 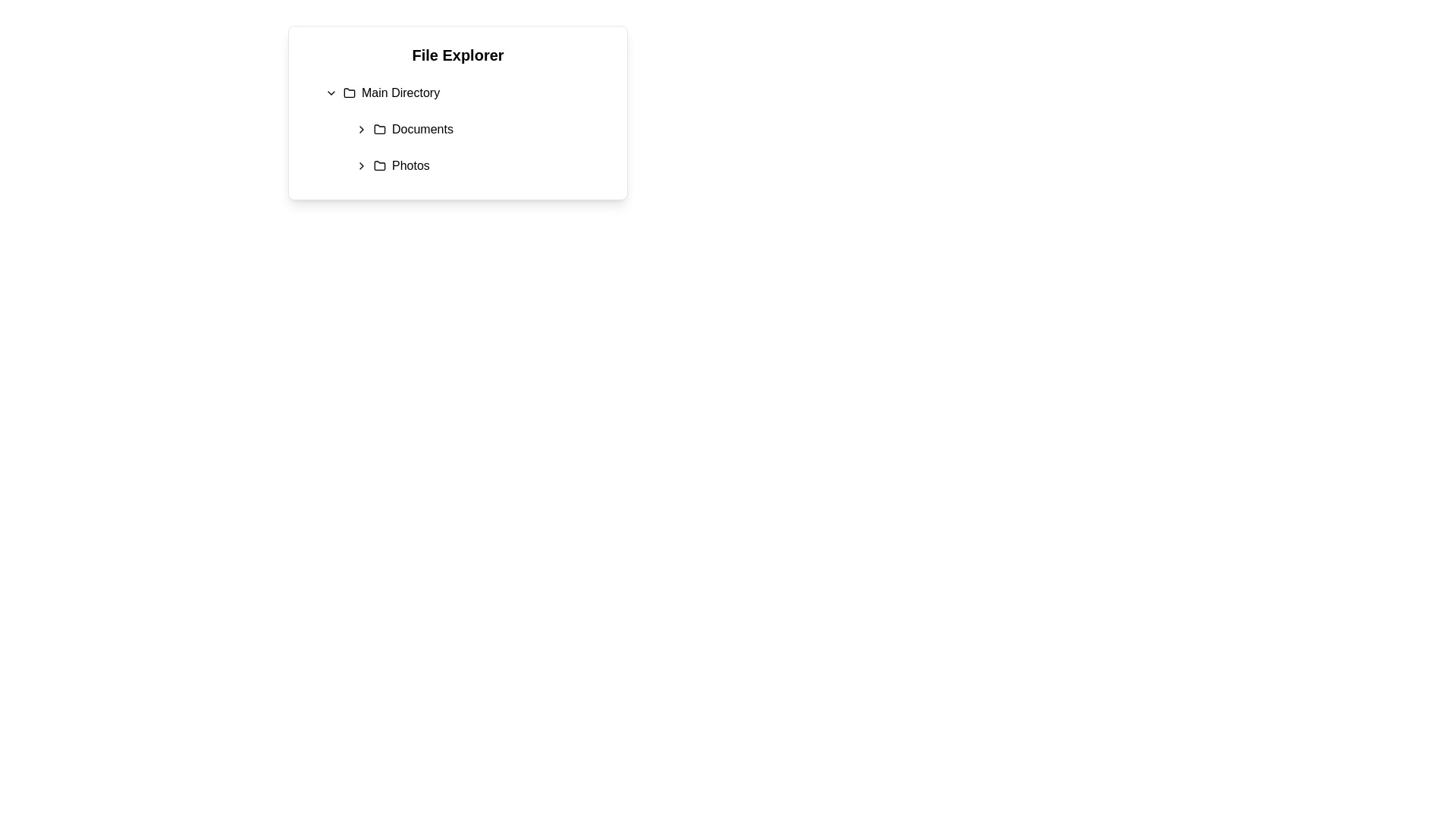 What do you see at coordinates (360, 166) in the screenshot?
I see `the right-facing chevron arrow icon` at bounding box center [360, 166].